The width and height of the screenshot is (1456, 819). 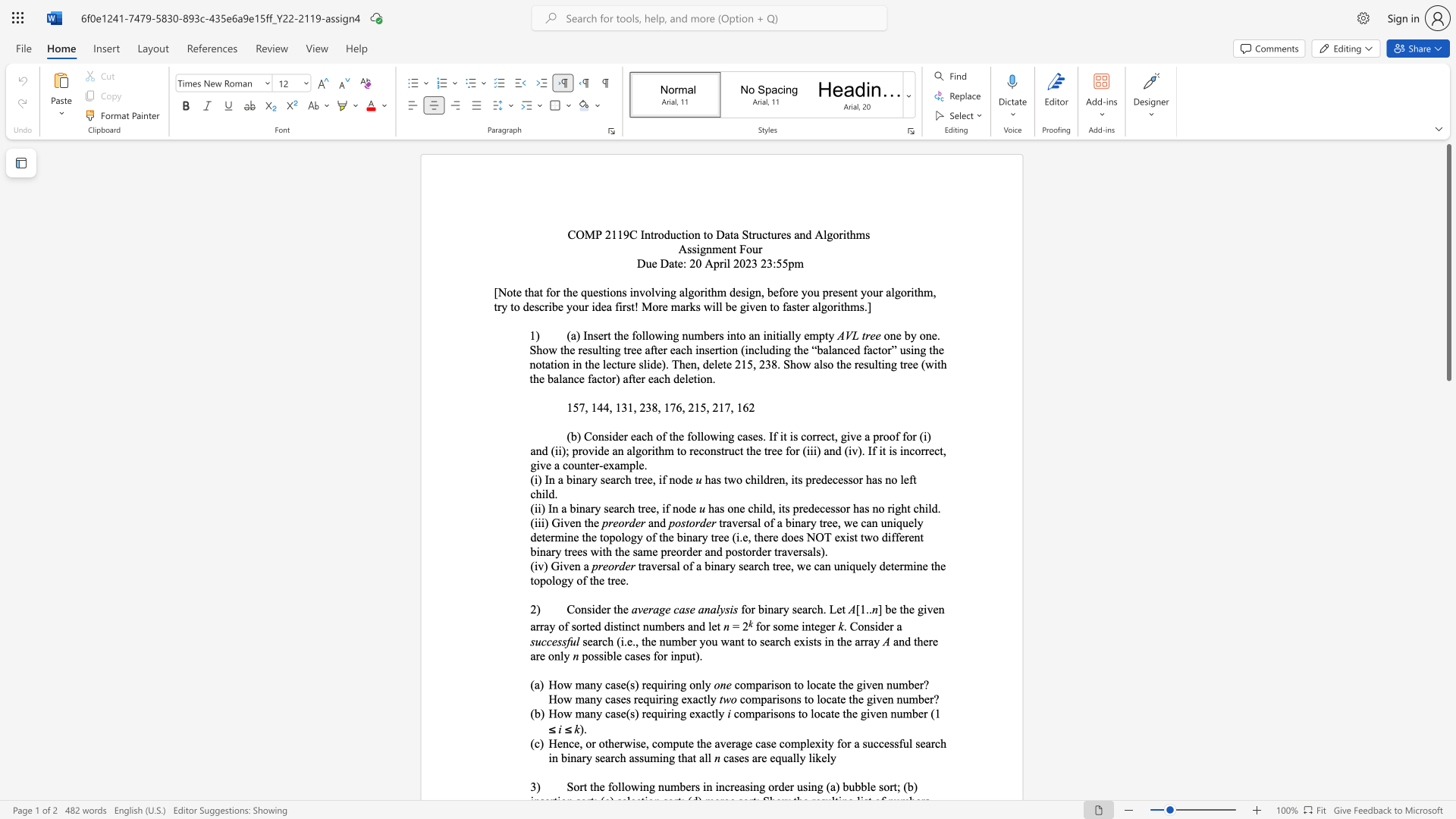 I want to click on the subset text "exity for a successful search in binary search assuming t" within the text "Hence, or otherwise, compute the average case complexity for a successful search in binary search assuming that all", so click(x=808, y=742).